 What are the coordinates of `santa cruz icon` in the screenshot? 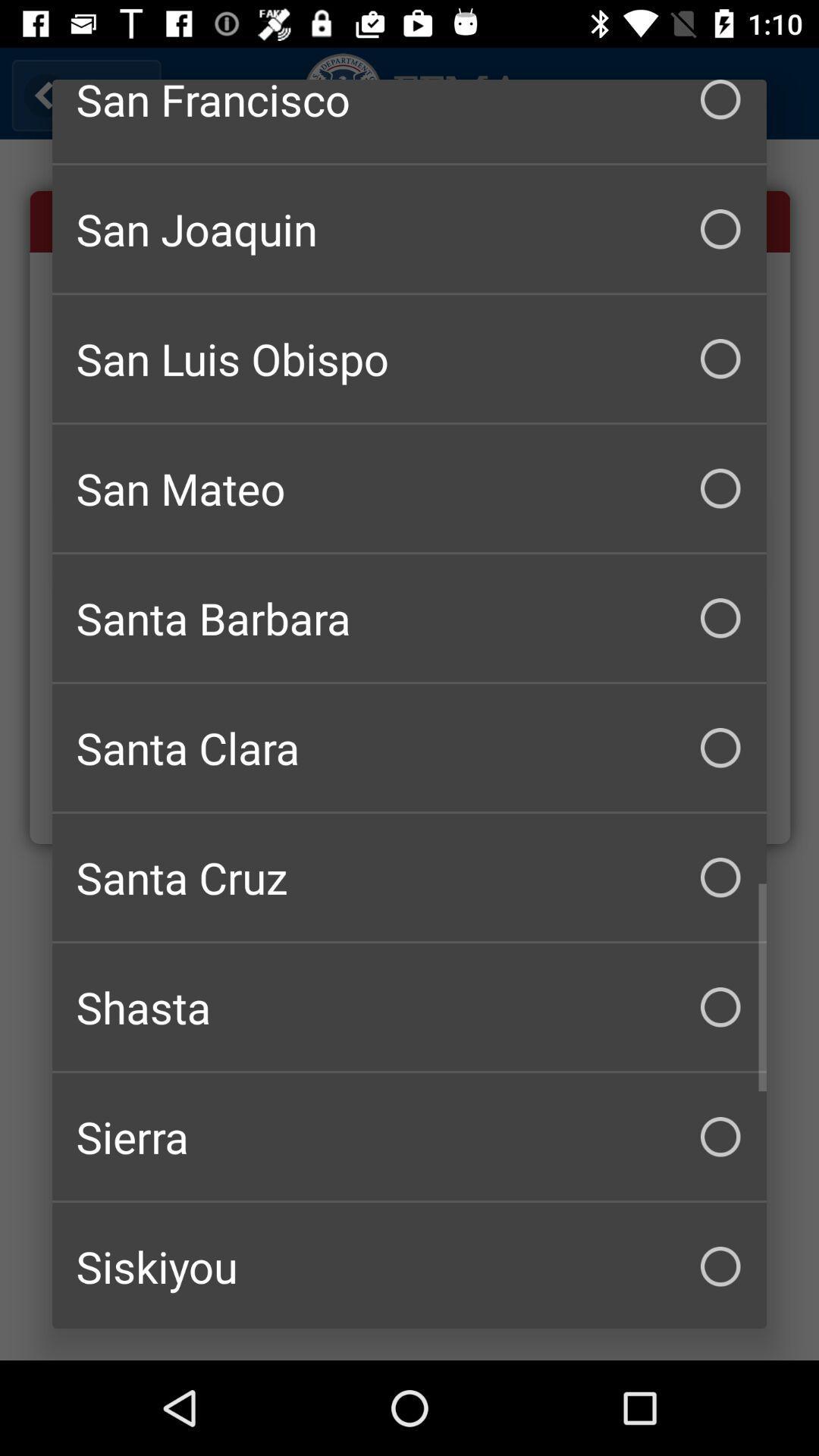 It's located at (409, 877).